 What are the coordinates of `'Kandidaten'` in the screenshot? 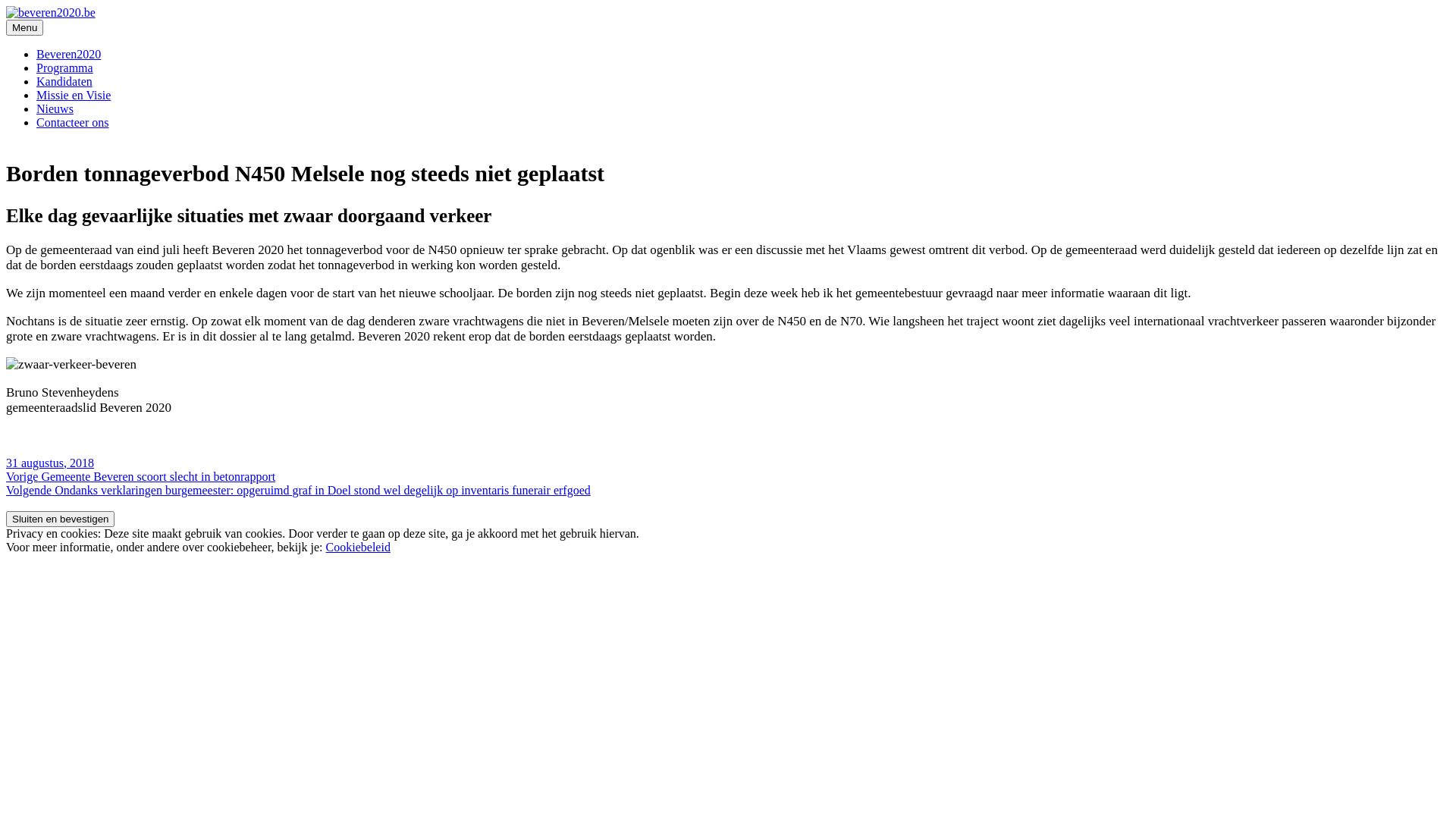 It's located at (64, 81).